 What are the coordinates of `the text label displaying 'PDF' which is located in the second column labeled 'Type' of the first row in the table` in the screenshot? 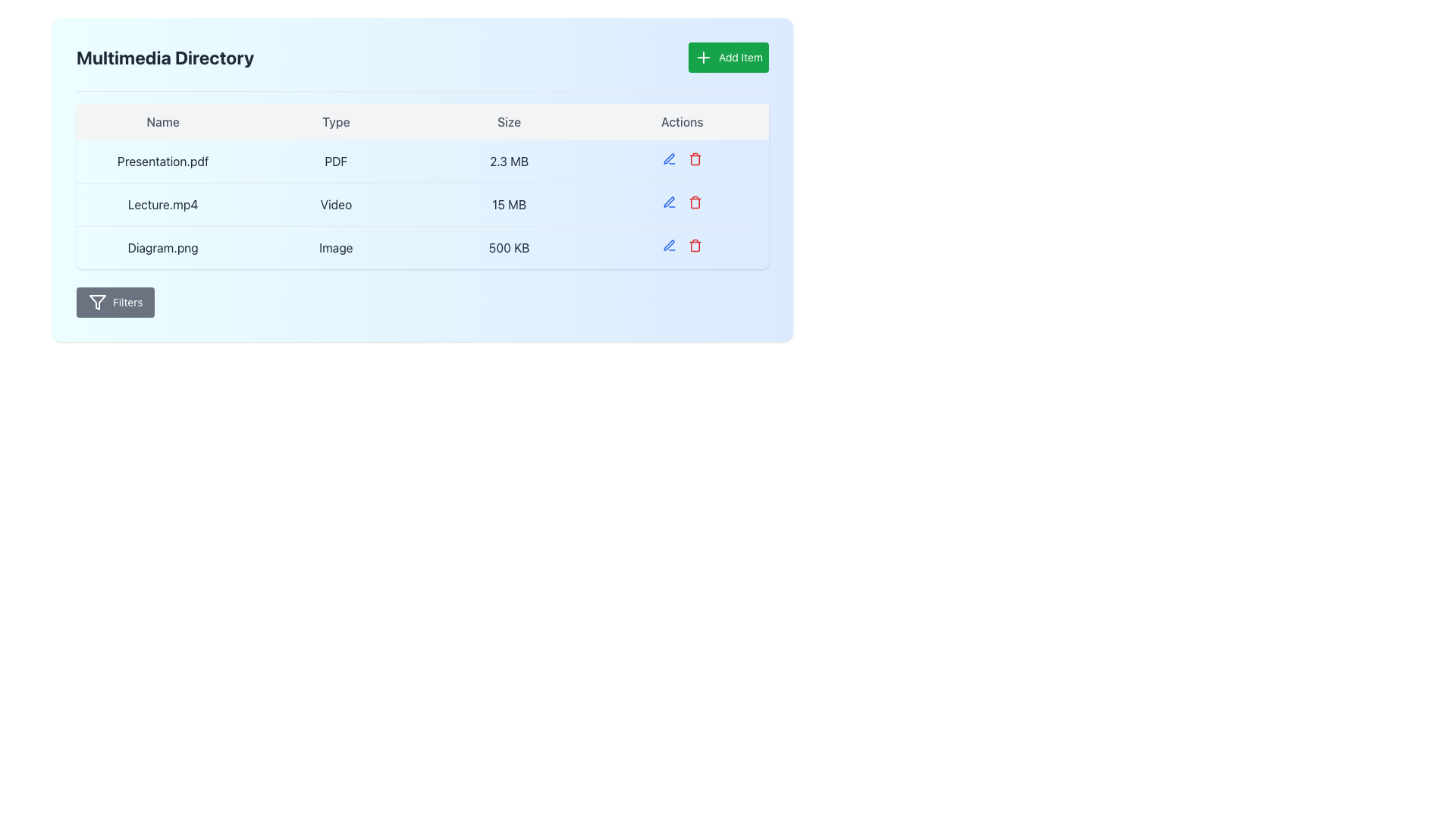 It's located at (335, 162).